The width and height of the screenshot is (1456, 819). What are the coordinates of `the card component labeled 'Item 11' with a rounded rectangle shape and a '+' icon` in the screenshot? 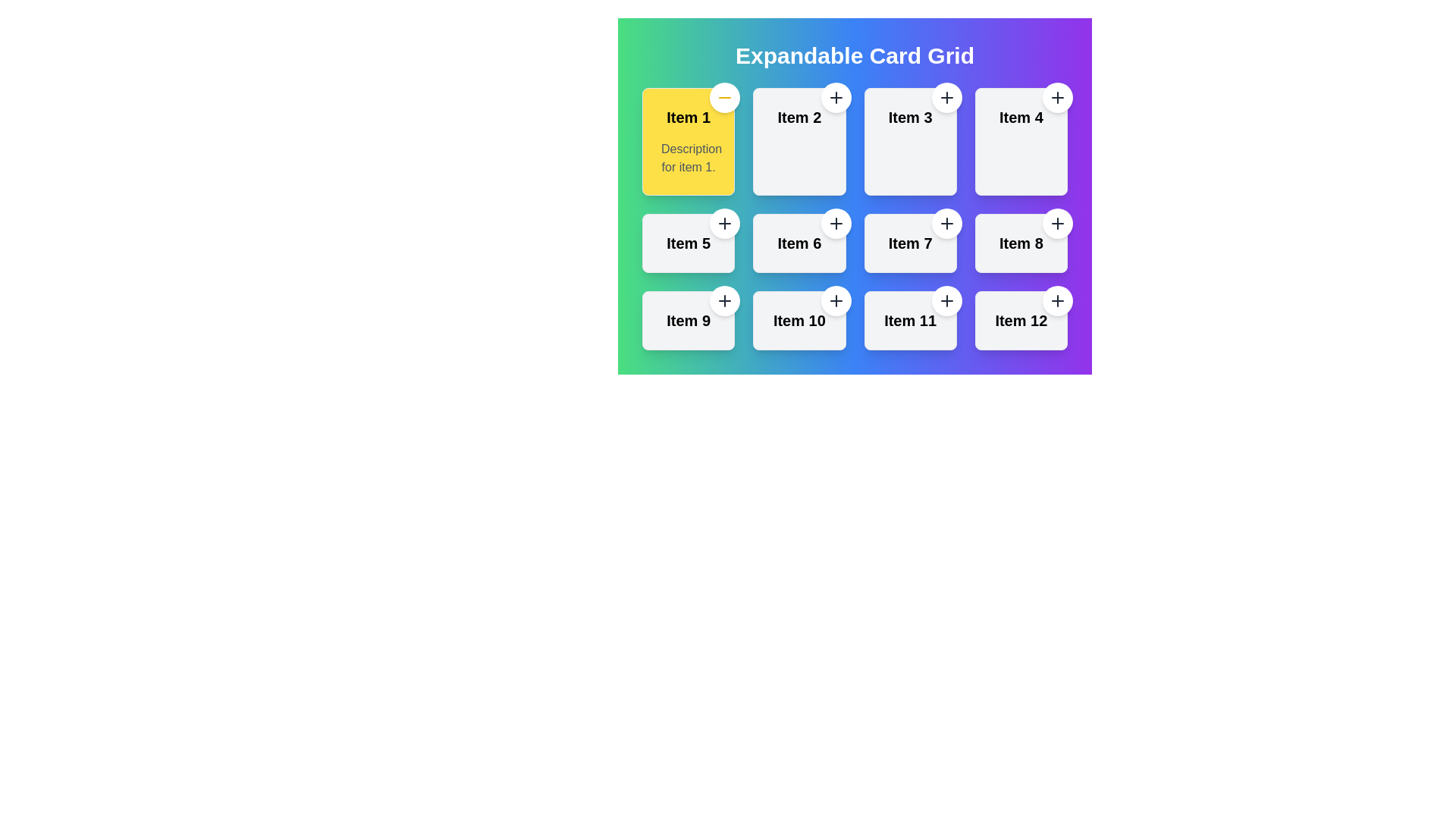 It's located at (910, 320).